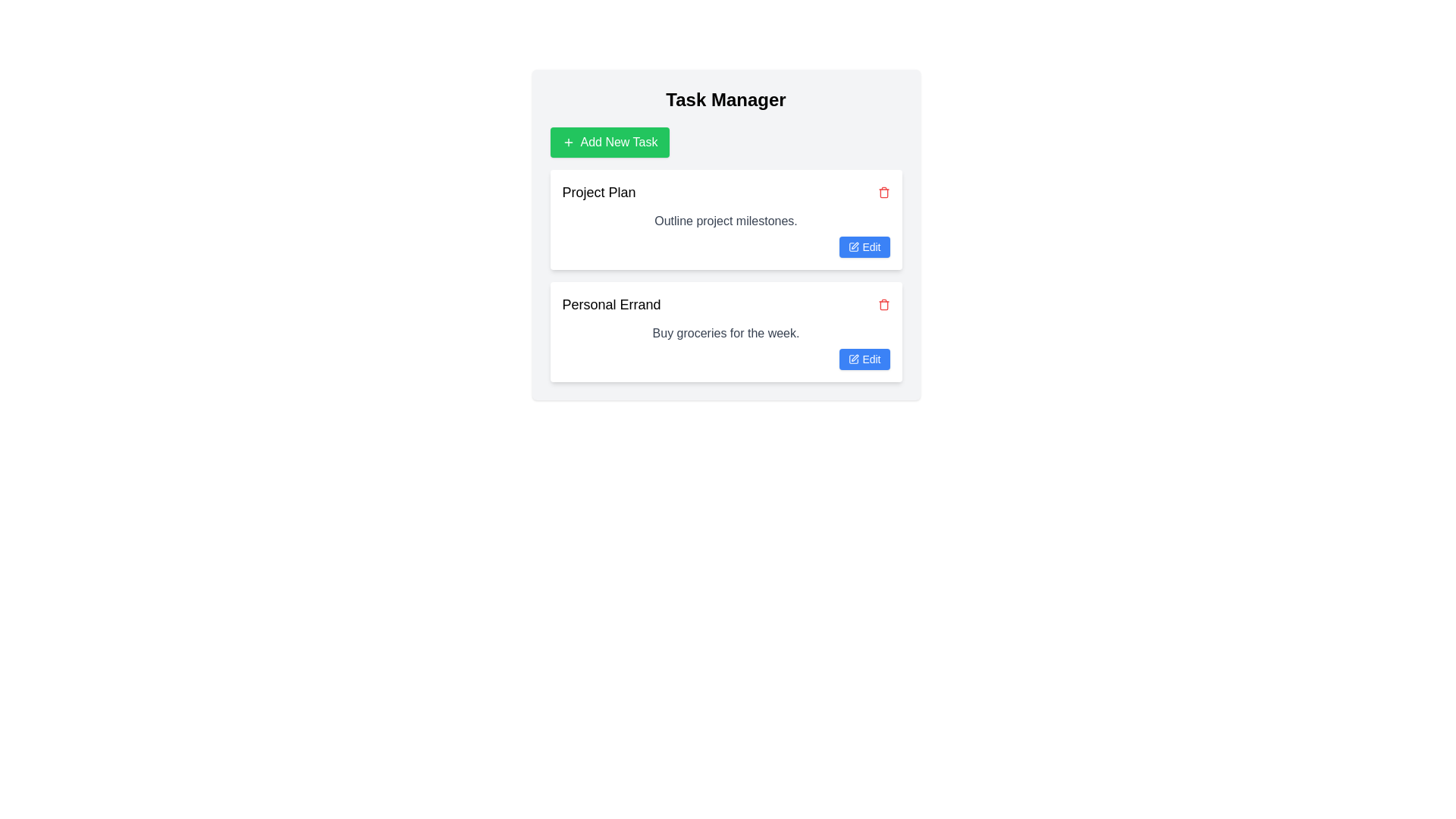 This screenshot has width=1456, height=819. What do you see at coordinates (725, 332) in the screenshot?
I see `text content 'Buy groceries for the week.' located in the task management interface under the 'Personal Errand' title` at bounding box center [725, 332].